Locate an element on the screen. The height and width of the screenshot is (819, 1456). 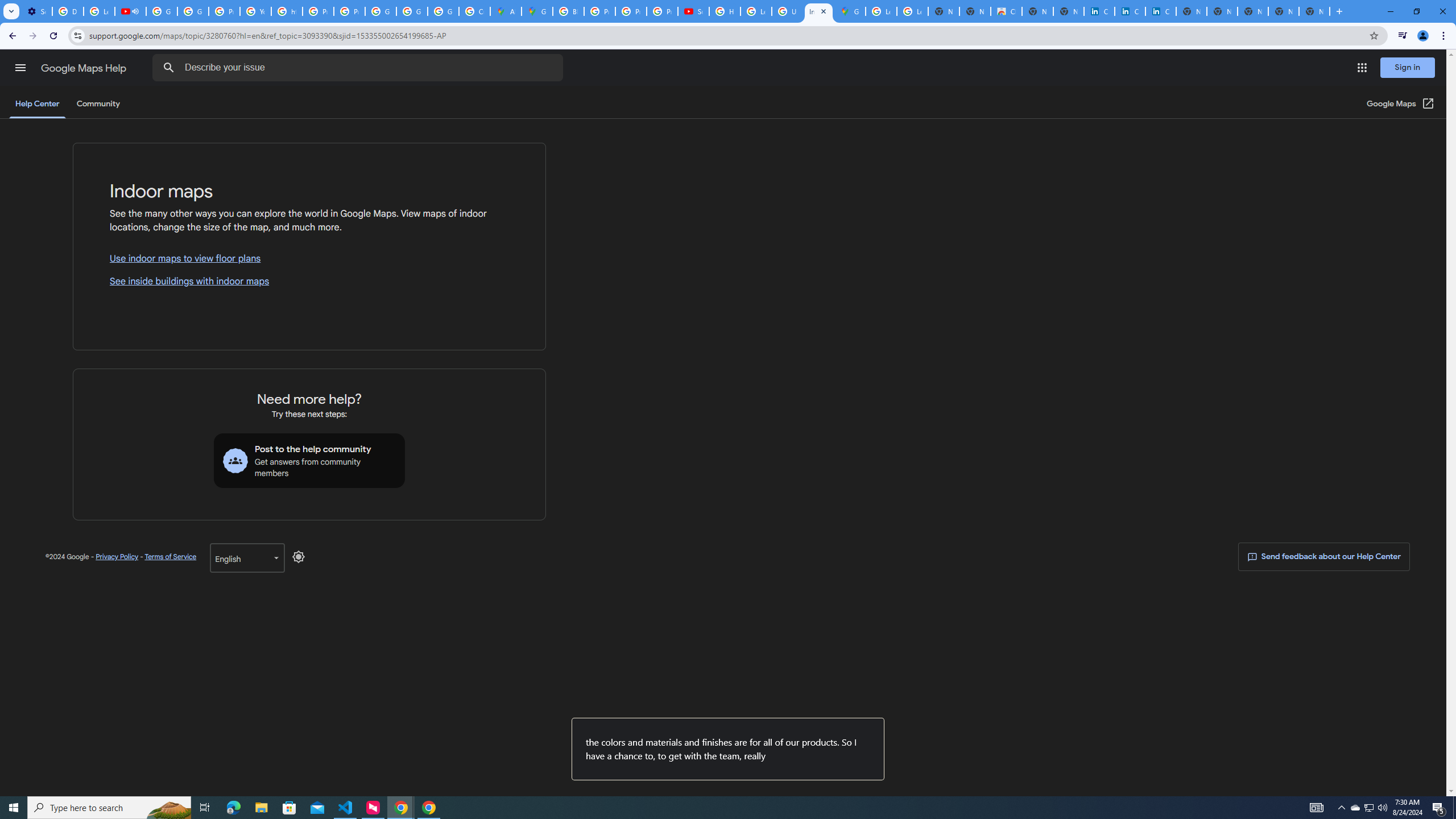
'Disable Dark Mode' is located at coordinates (299, 556).